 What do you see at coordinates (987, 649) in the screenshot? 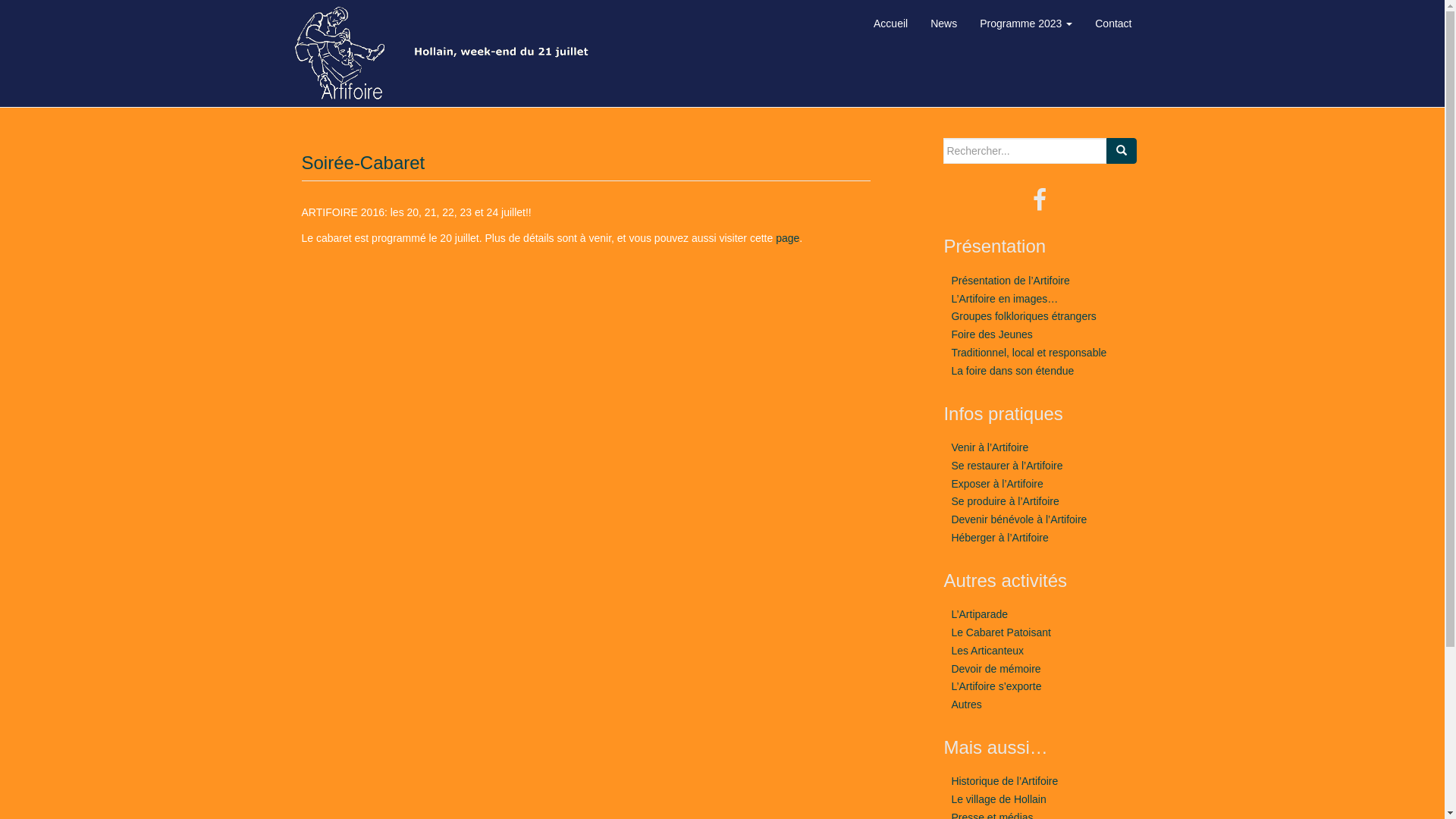
I see `'Les Articanteux'` at bounding box center [987, 649].